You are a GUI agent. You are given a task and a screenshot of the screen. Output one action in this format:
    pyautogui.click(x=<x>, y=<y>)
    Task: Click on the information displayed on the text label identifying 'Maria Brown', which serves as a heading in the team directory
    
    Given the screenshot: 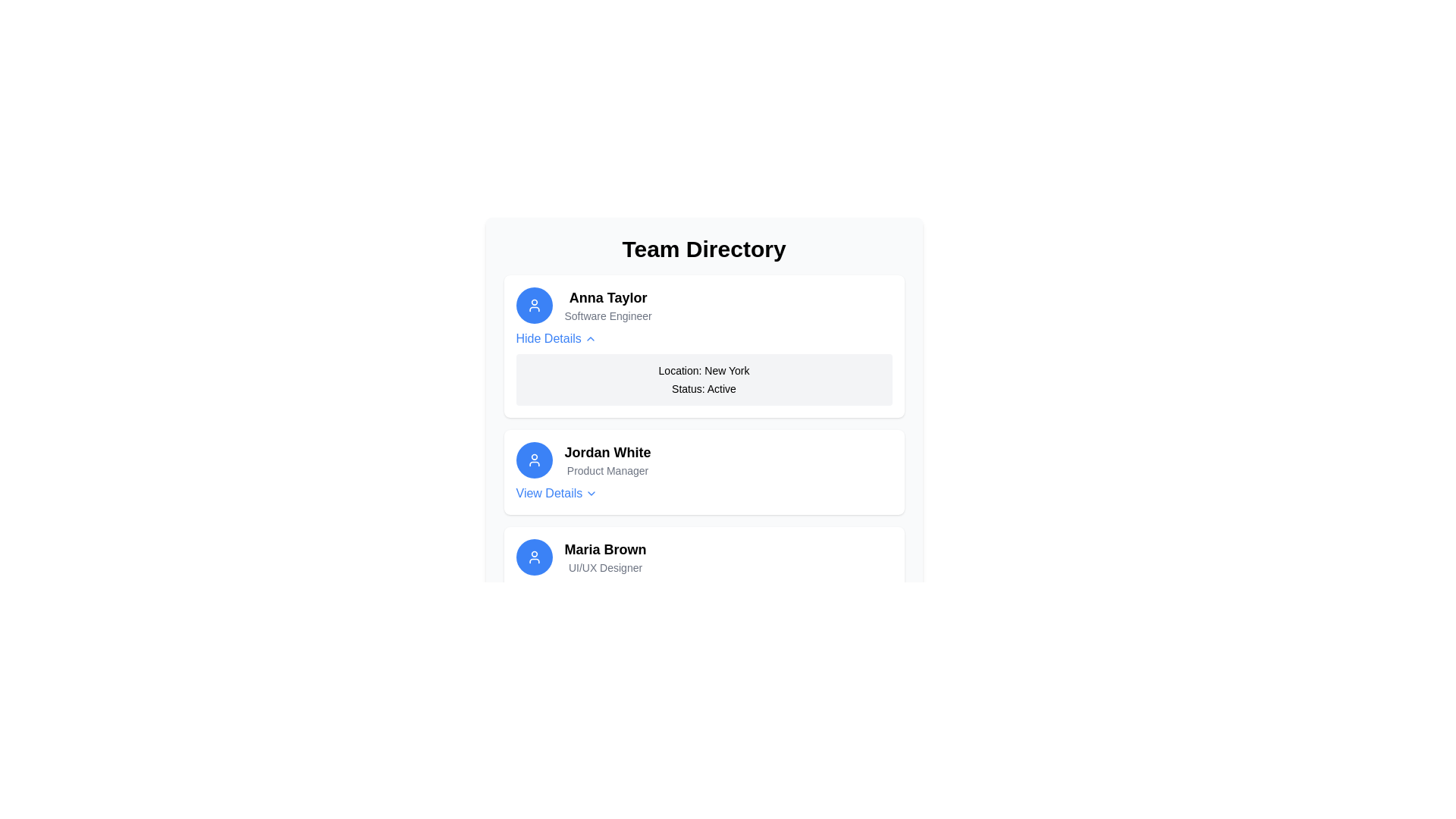 What is the action you would take?
    pyautogui.click(x=604, y=550)
    